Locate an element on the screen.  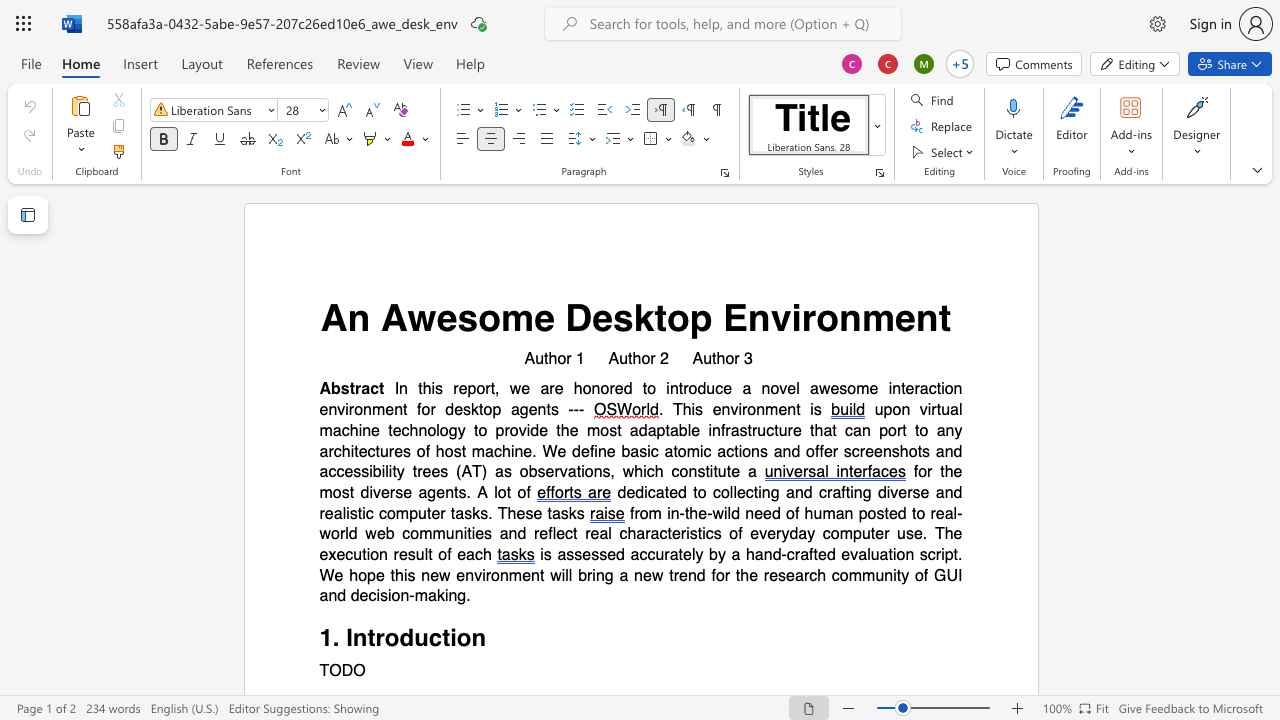
the 1th character "c" in the text is located at coordinates (643, 555).